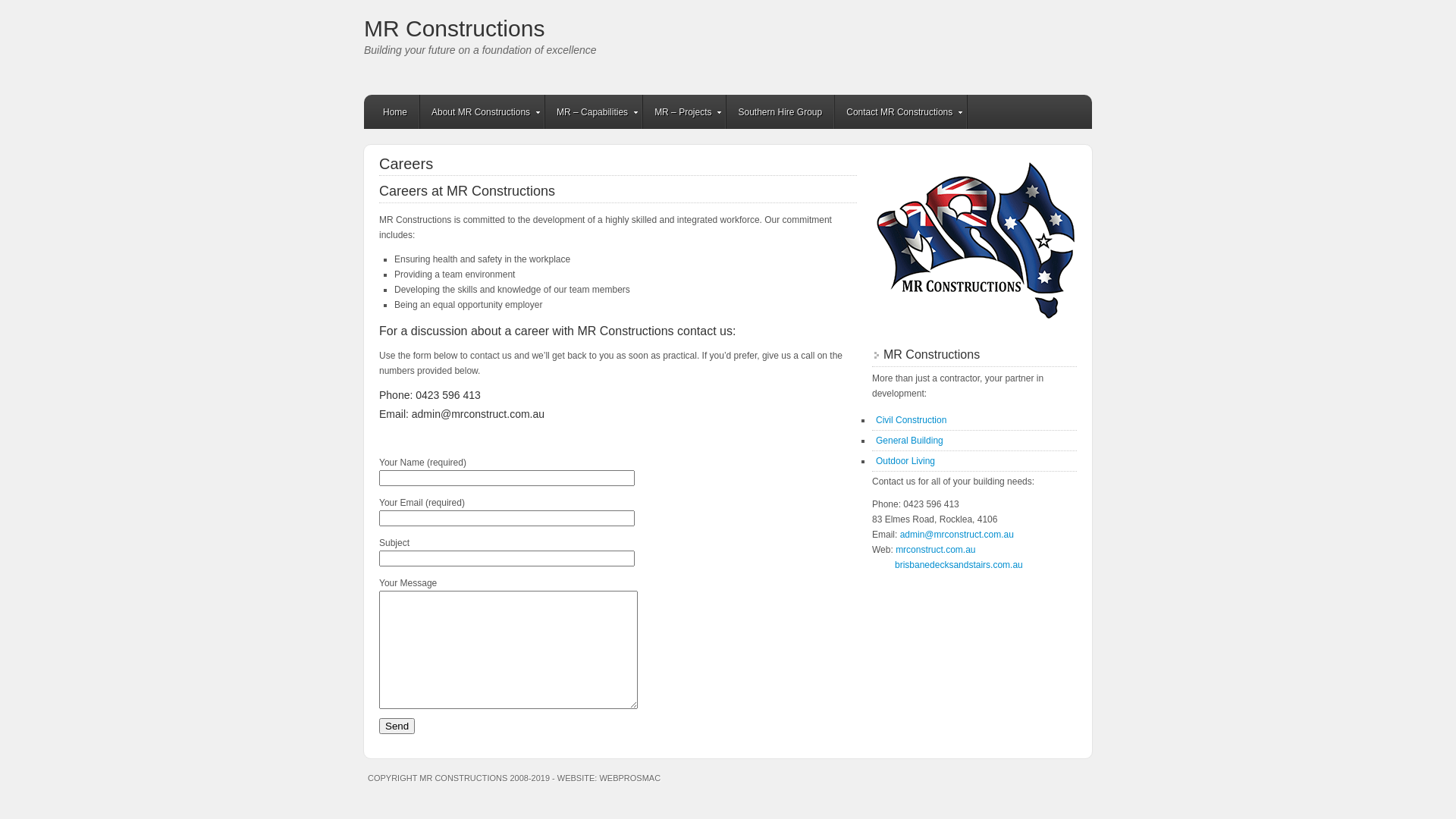 The height and width of the screenshot is (819, 1456). I want to click on 'admin@mrconstruct.com.au', so click(956, 534).